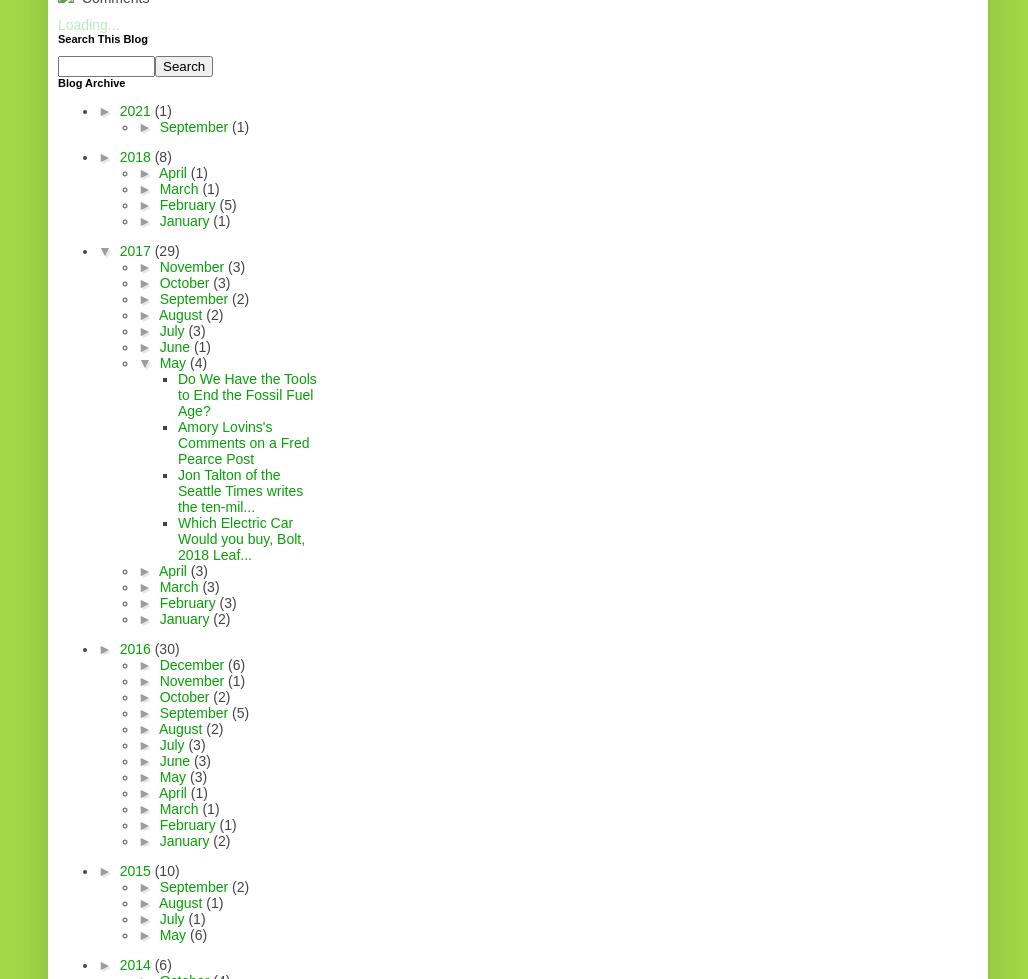  What do you see at coordinates (196, 363) in the screenshot?
I see `'(4)'` at bounding box center [196, 363].